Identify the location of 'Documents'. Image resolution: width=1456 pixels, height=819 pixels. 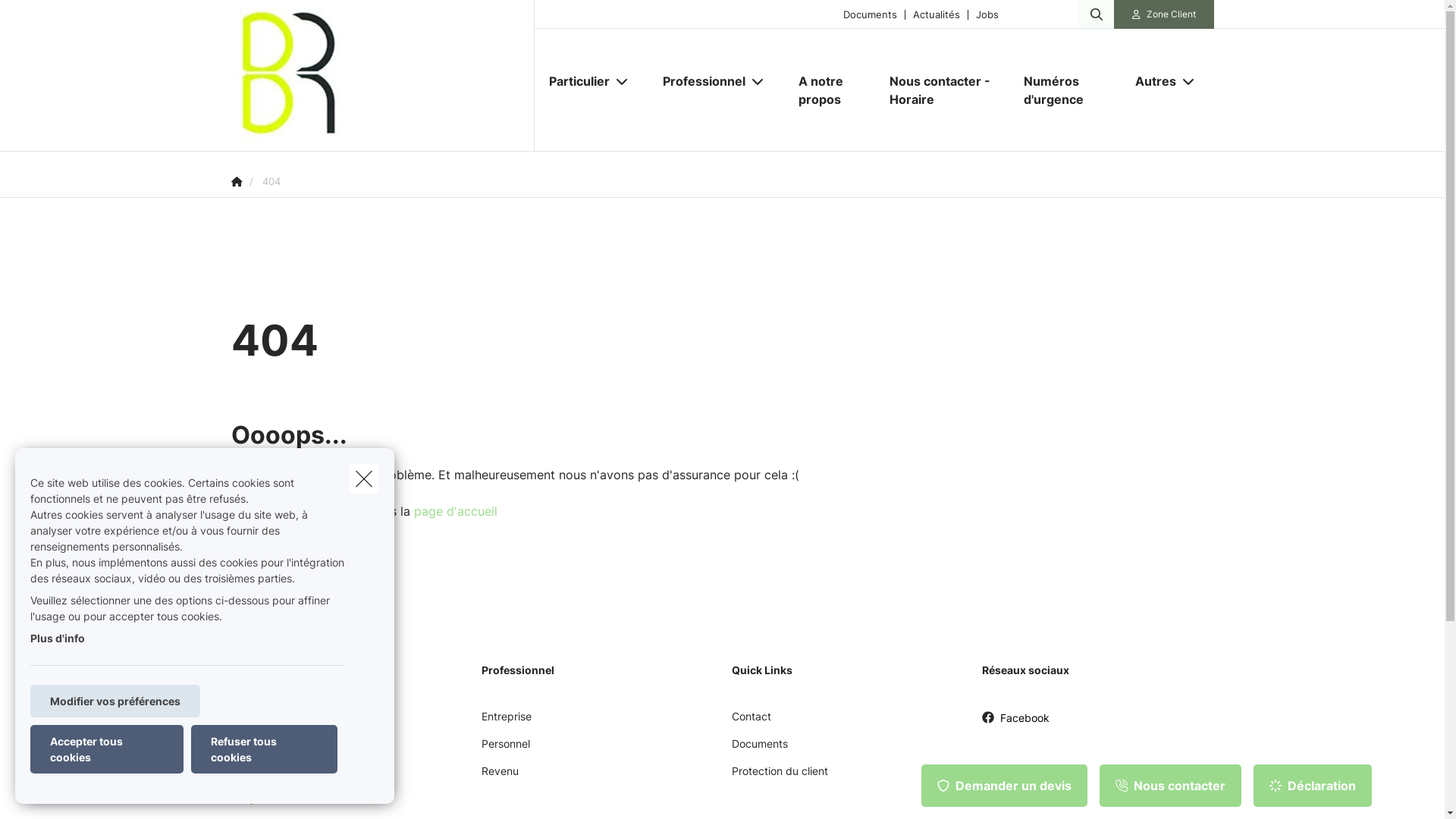
(870, 14).